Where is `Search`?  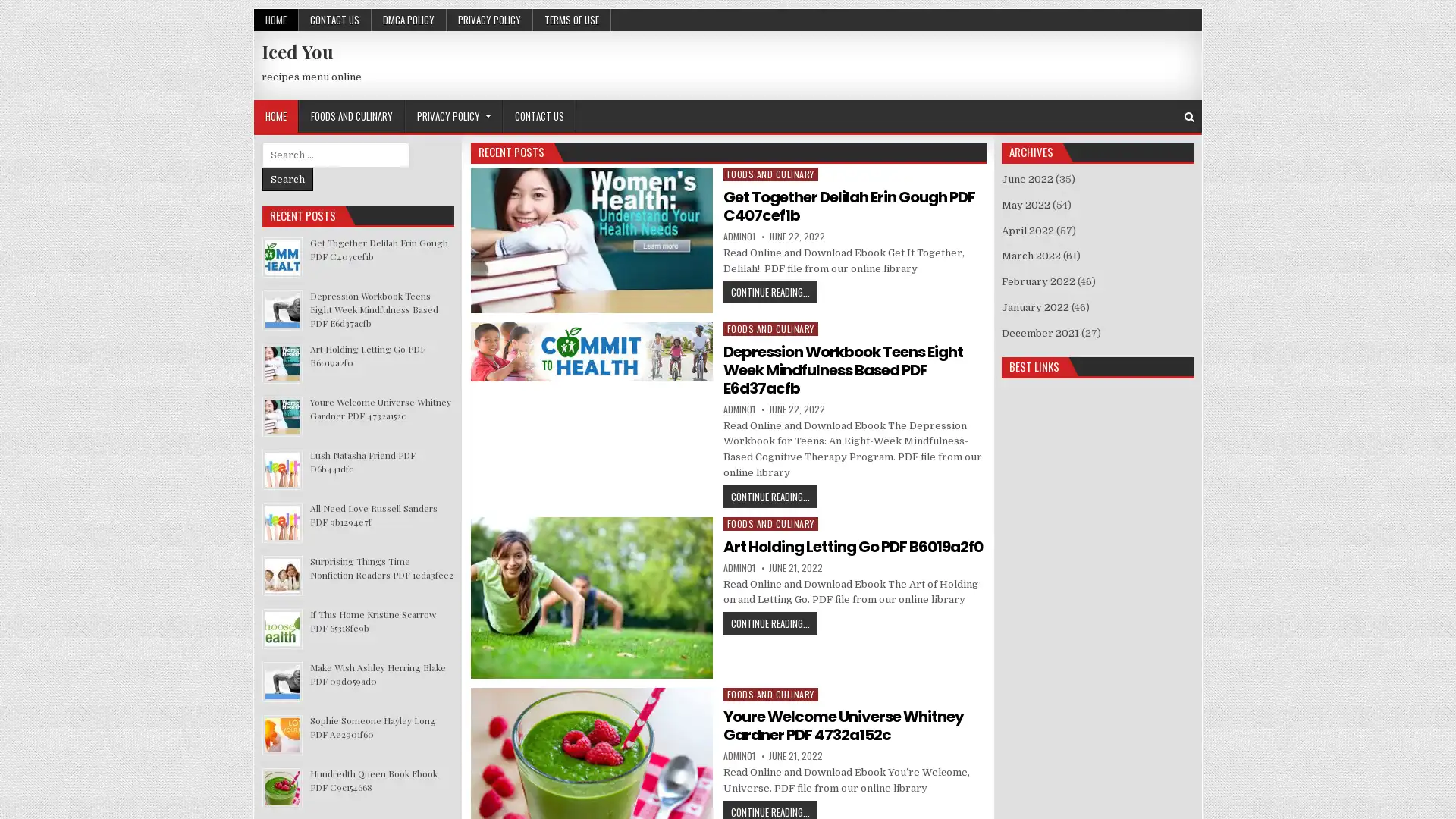
Search is located at coordinates (287, 178).